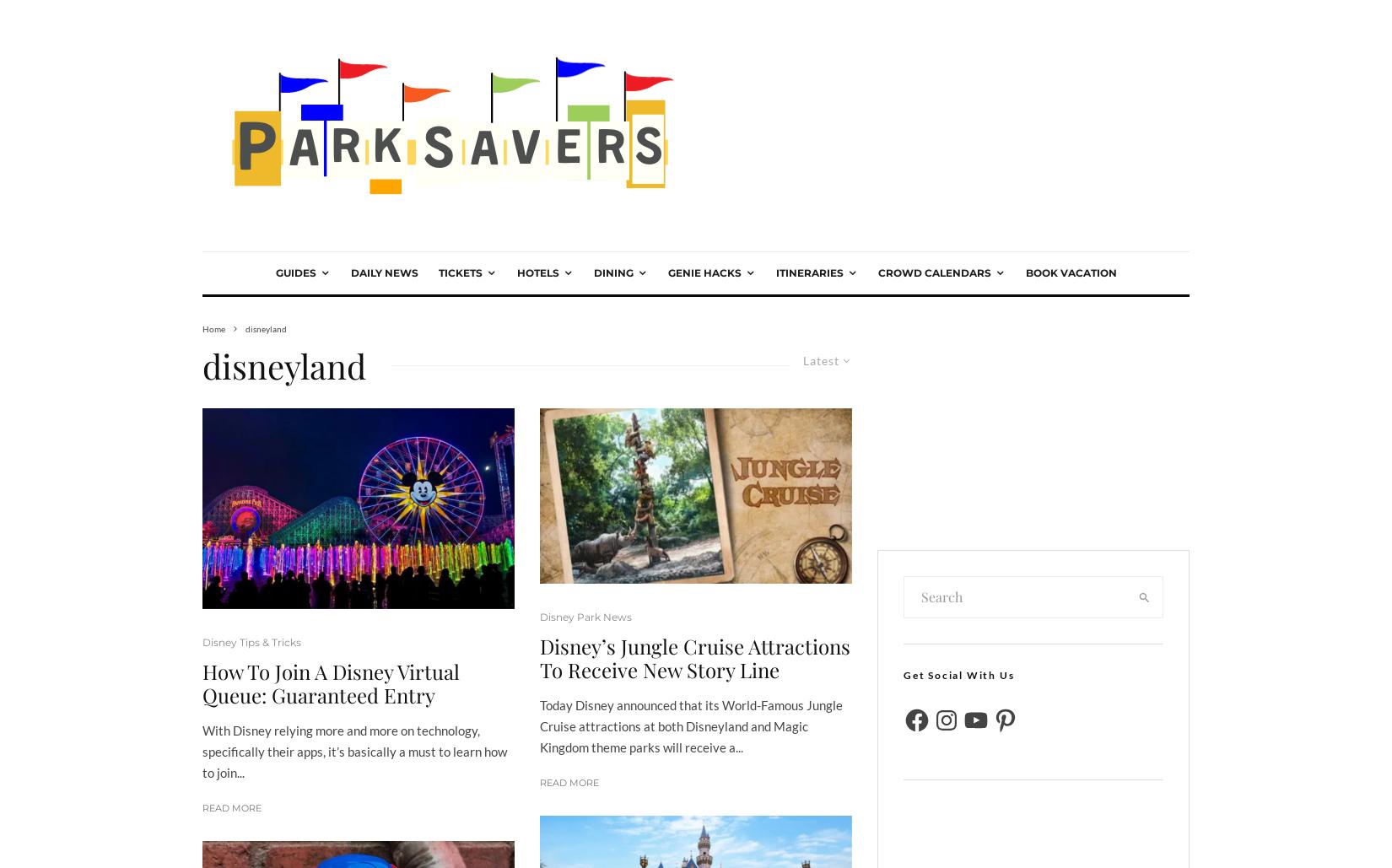  Describe the element at coordinates (933, 272) in the screenshot. I see `'Crowd Calendars'` at that location.